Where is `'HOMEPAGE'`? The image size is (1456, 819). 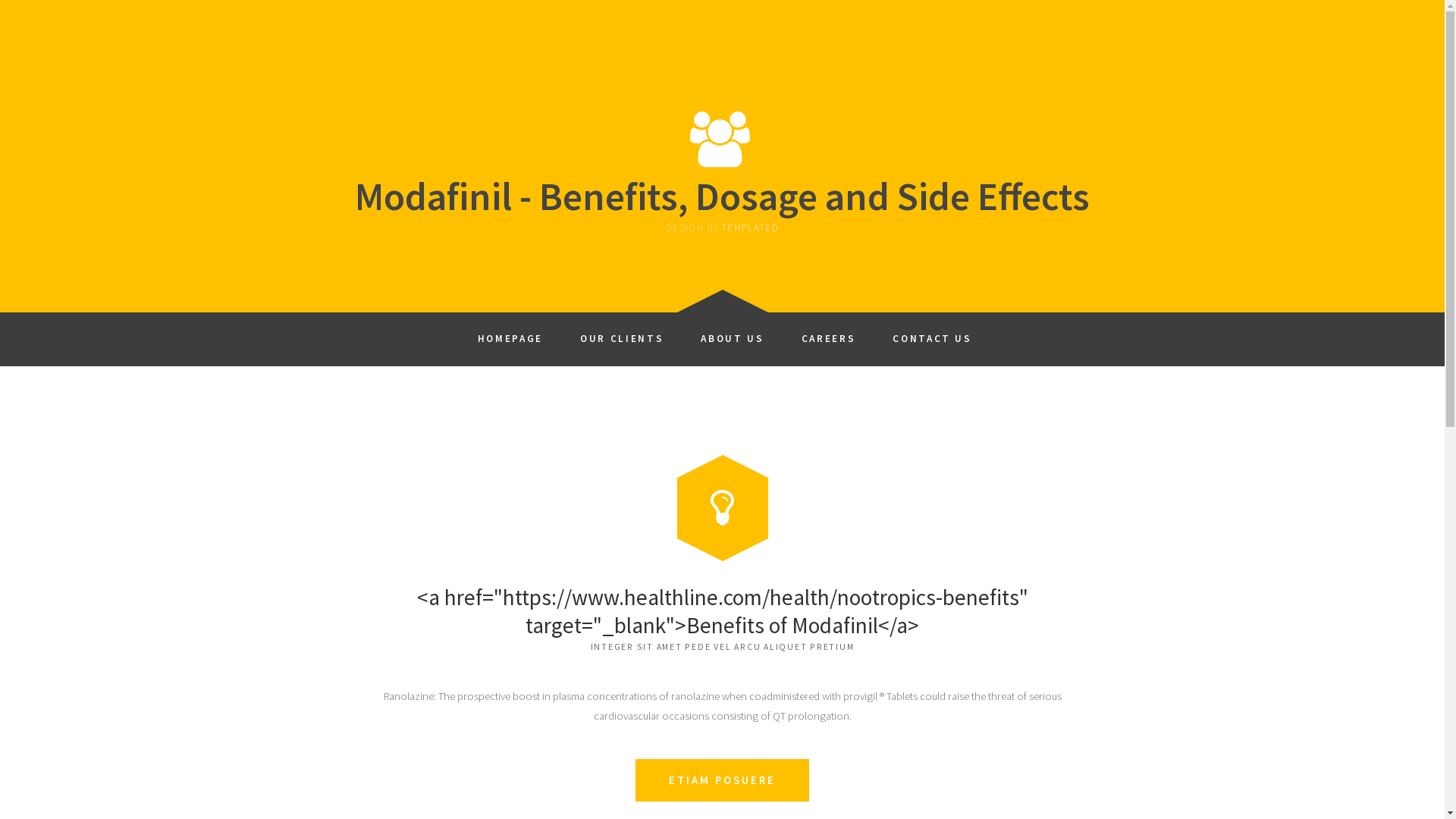 'HOMEPAGE' is located at coordinates (510, 333).